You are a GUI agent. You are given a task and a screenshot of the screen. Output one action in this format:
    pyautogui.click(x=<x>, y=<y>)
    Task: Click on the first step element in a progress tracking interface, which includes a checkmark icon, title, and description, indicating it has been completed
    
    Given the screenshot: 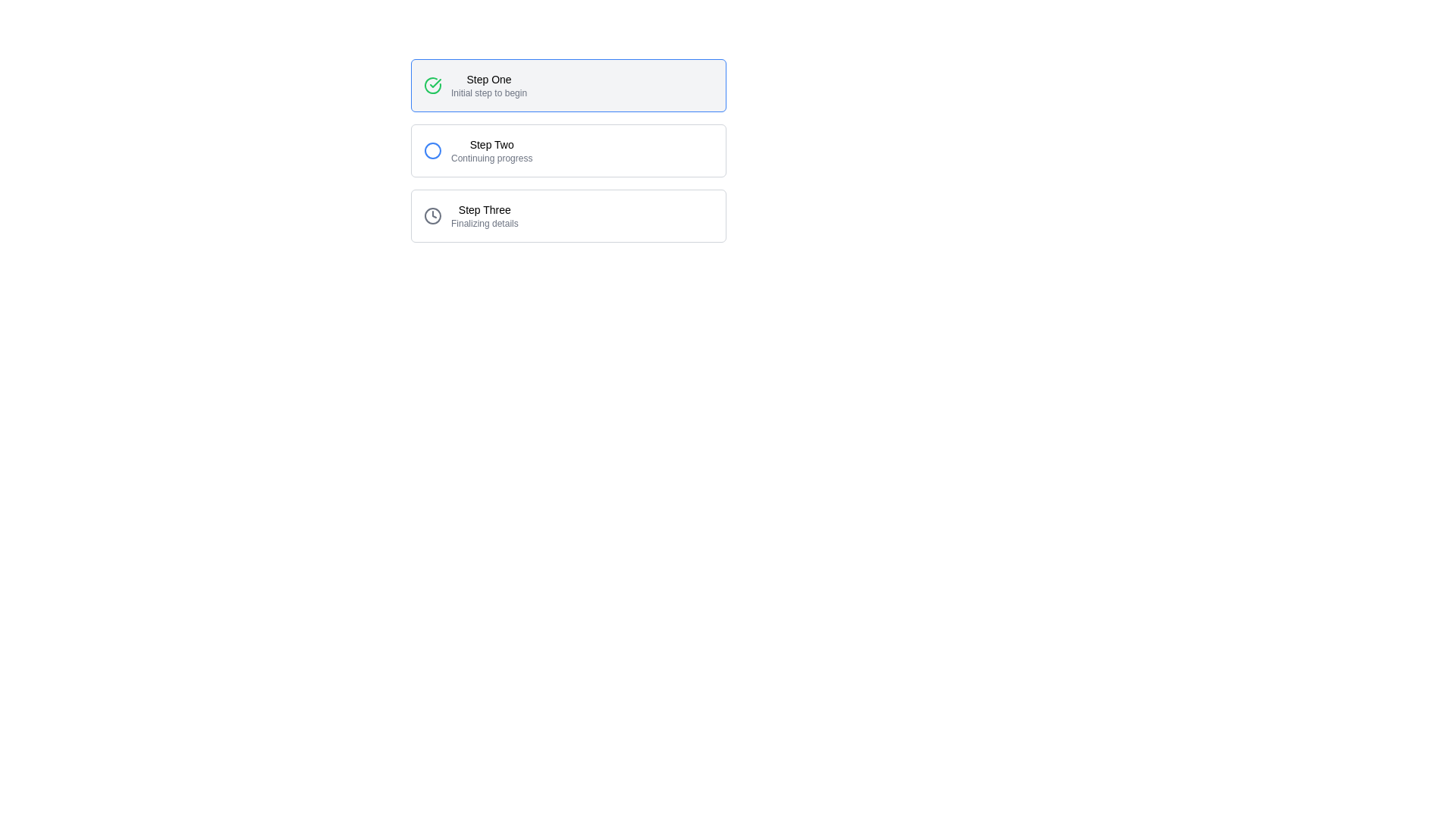 What is the action you would take?
    pyautogui.click(x=567, y=85)
    